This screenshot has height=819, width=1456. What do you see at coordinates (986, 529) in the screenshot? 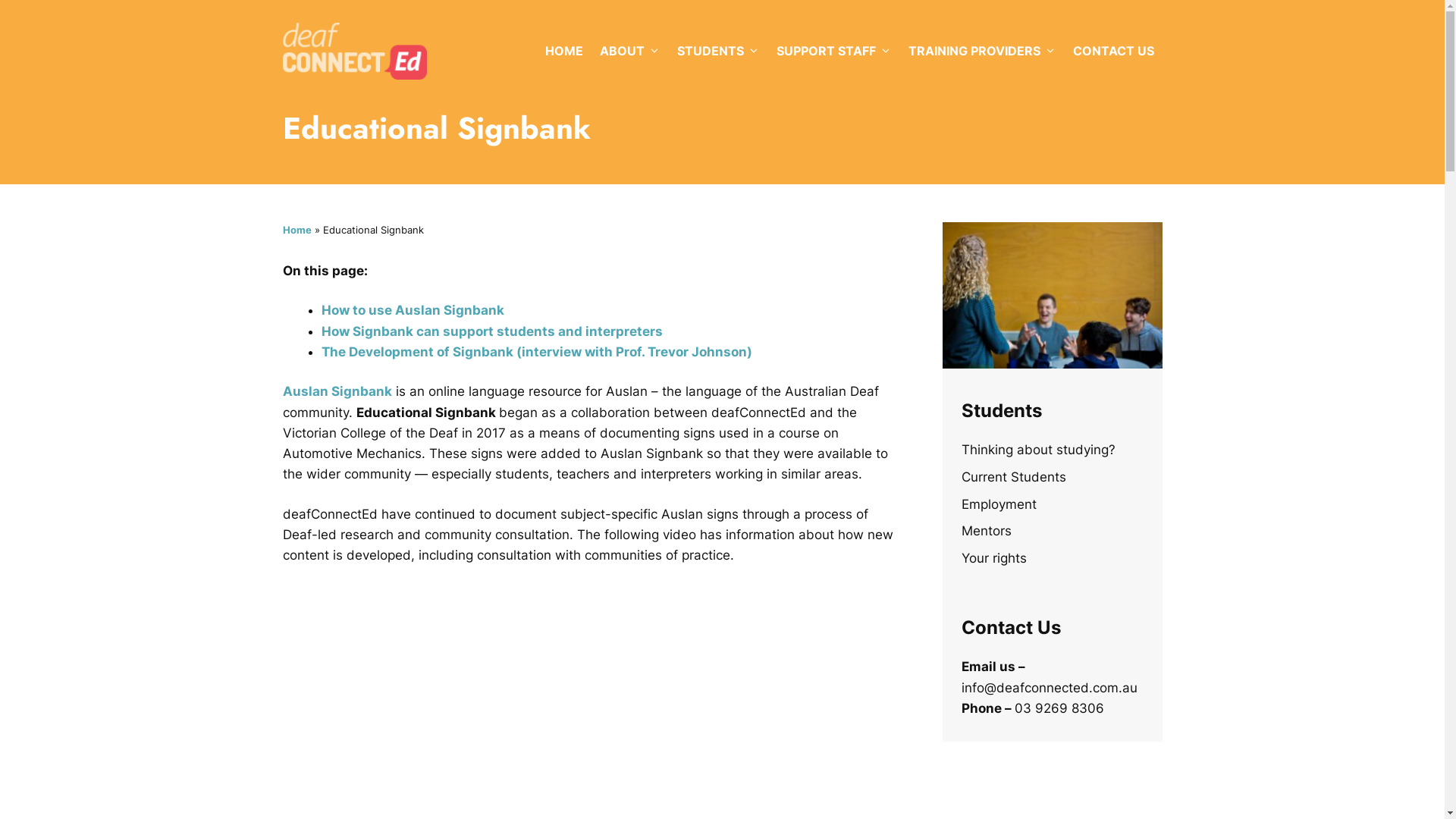
I see `'Mentors'` at bounding box center [986, 529].